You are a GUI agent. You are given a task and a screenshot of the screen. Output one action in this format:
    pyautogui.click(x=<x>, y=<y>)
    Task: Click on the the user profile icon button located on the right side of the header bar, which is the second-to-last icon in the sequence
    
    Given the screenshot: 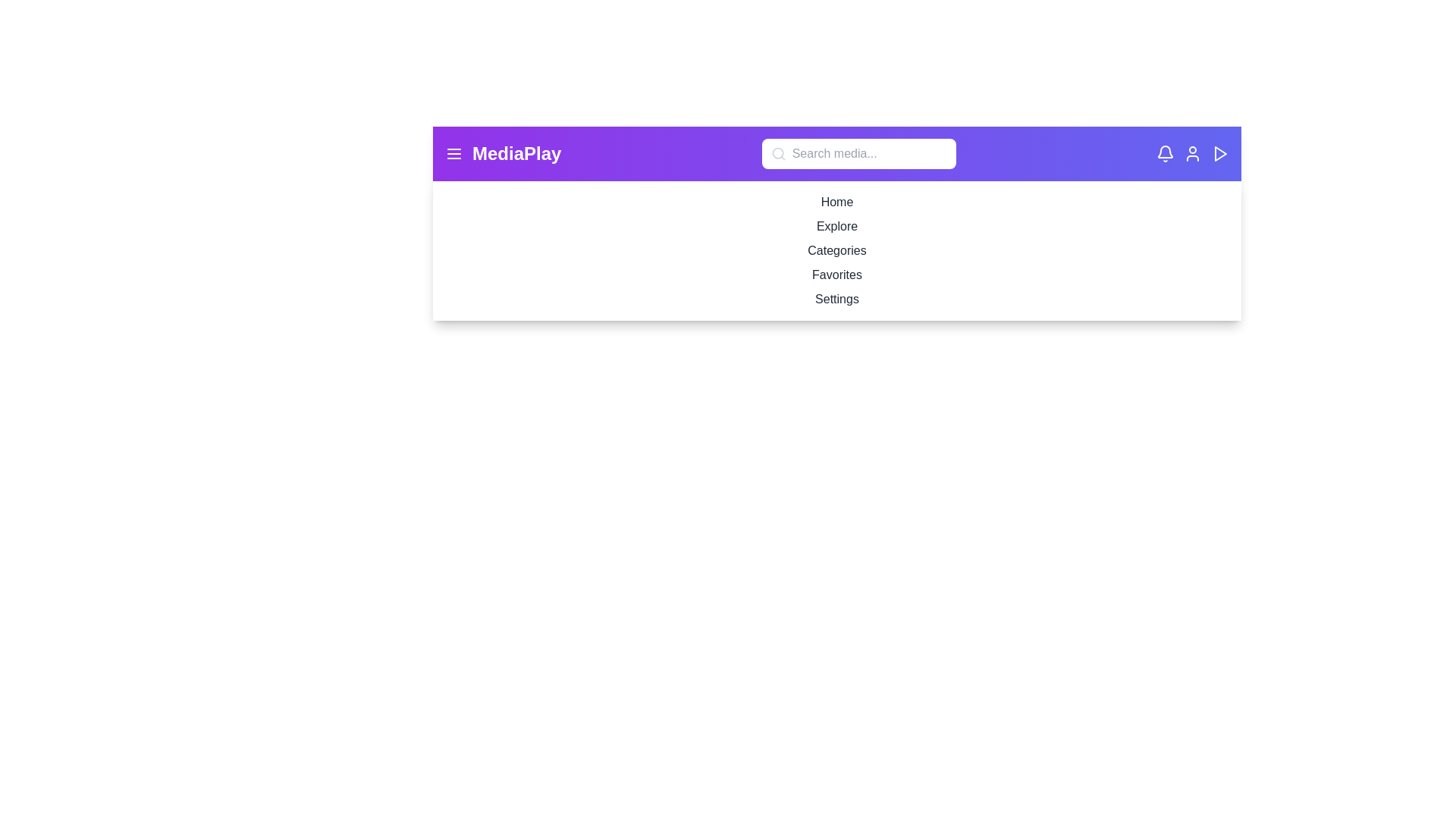 What is the action you would take?
    pyautogui.click(x=1192, y=154)
    